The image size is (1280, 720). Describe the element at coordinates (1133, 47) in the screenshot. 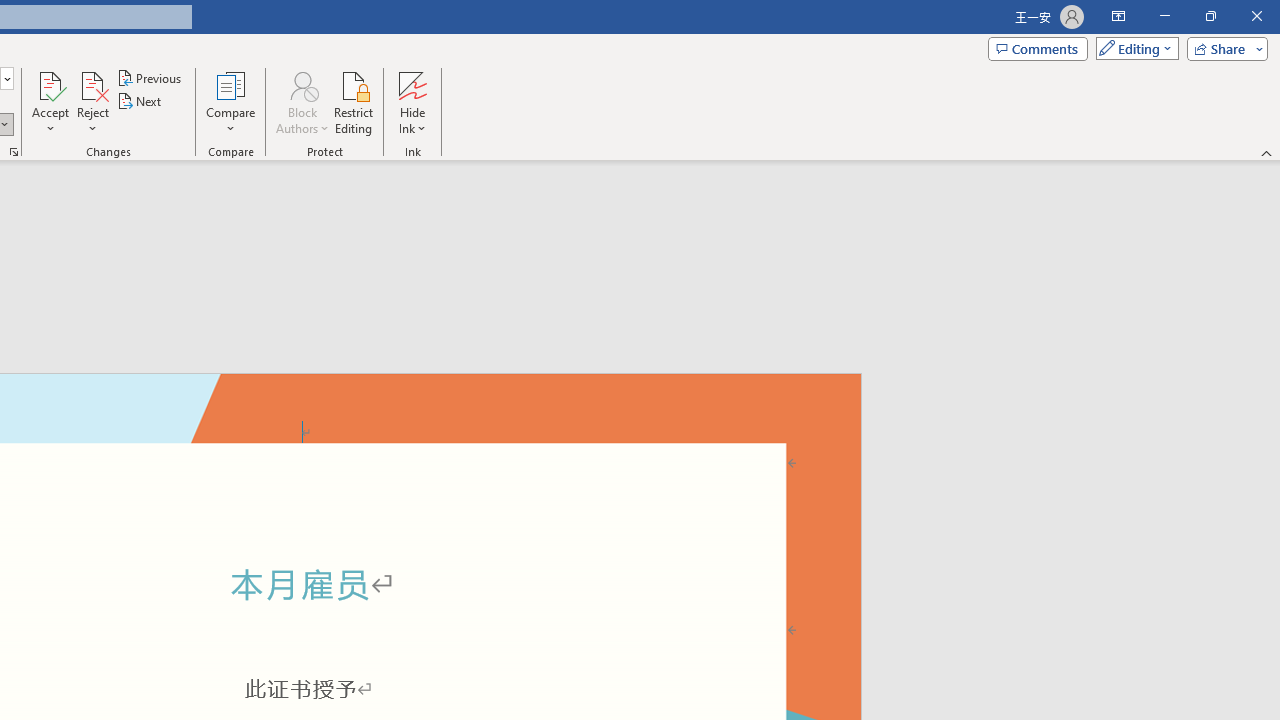

I see `'Mode'` at that location.